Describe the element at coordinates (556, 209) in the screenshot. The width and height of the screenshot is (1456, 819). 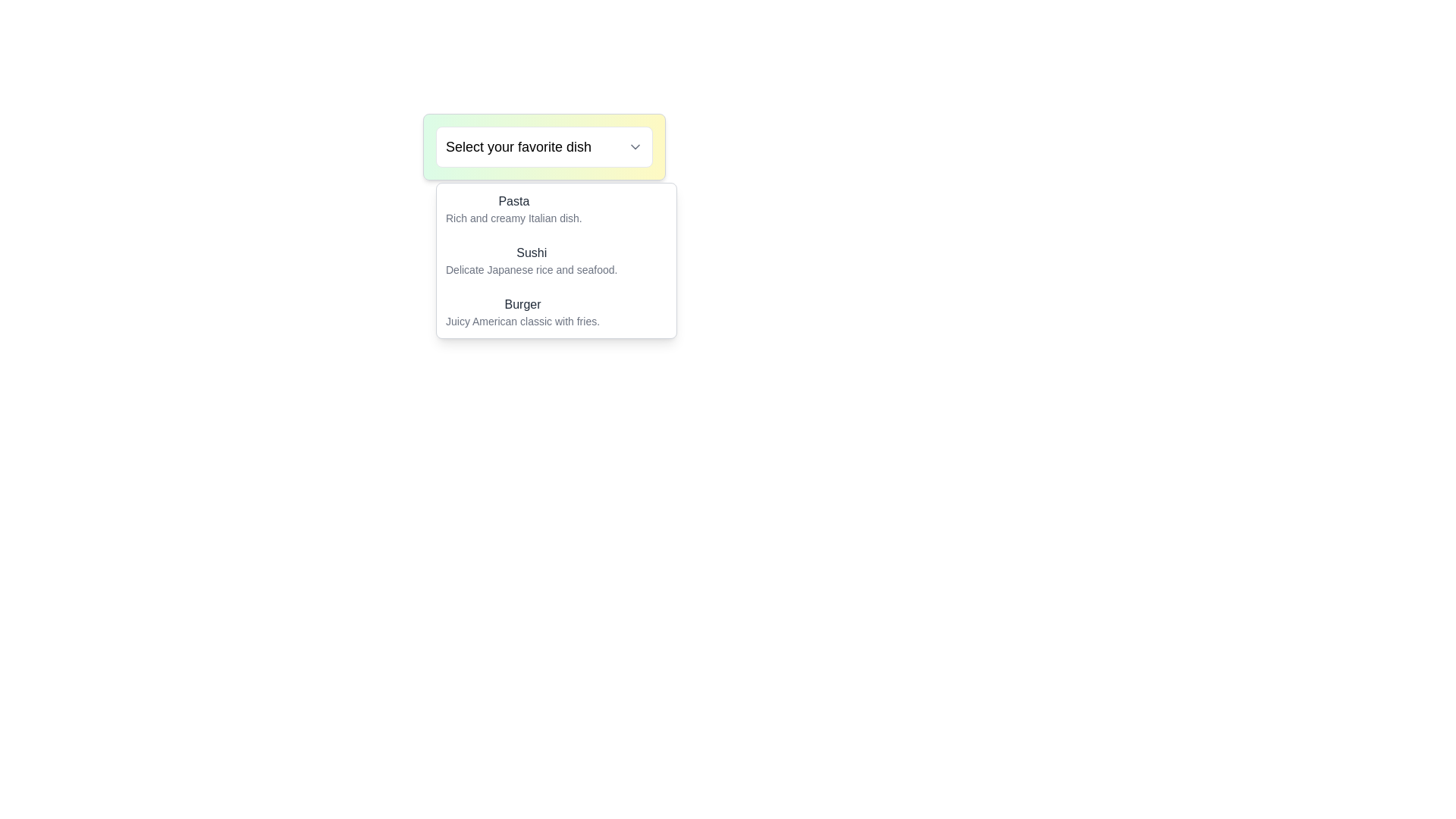
I see `the first dropdown menu option labeled 'Pasta'` at that location.